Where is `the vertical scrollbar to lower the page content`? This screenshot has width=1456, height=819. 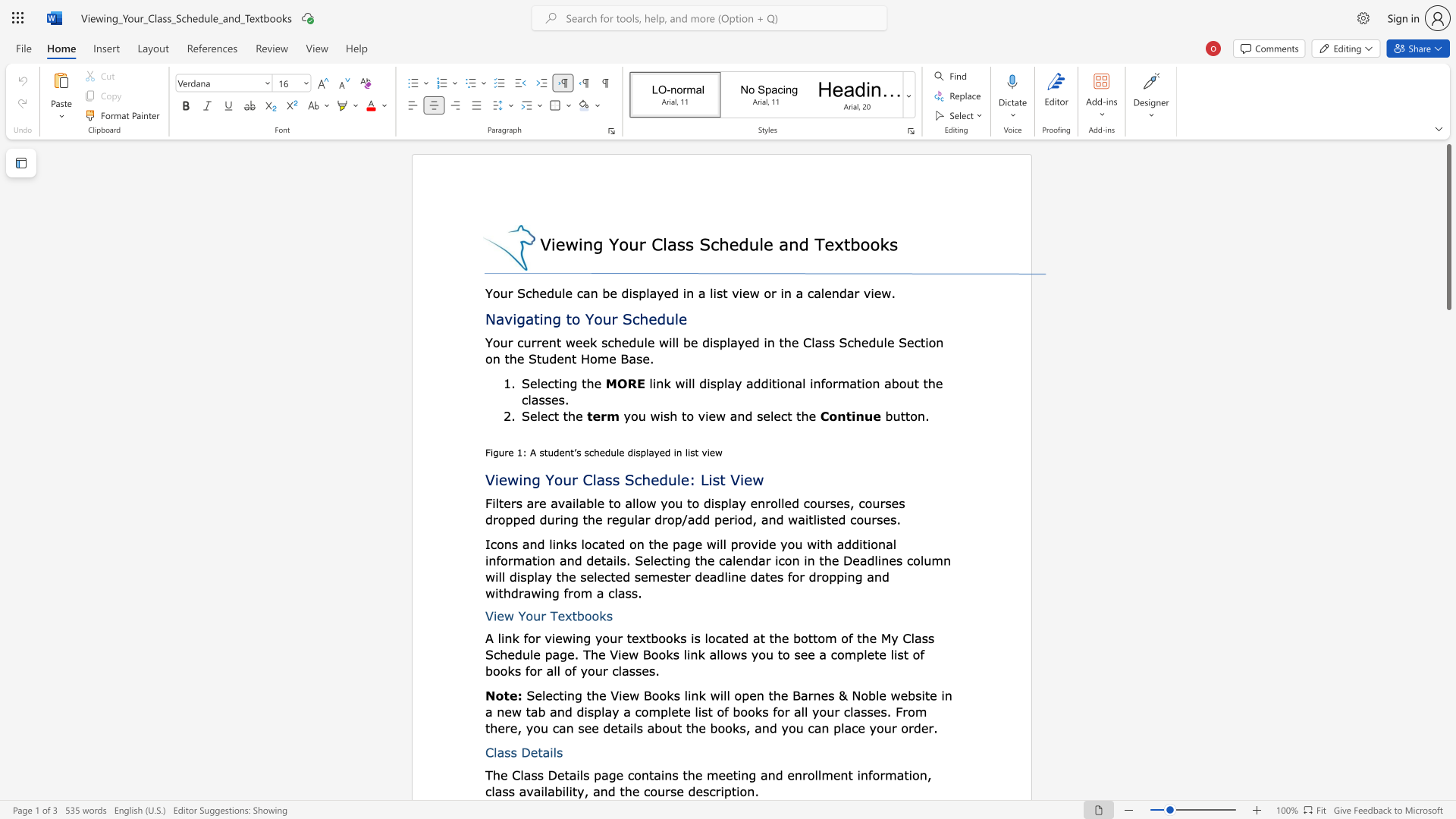
the vertical scrollbar to lower the page content is located at coordinates (1448, 751).